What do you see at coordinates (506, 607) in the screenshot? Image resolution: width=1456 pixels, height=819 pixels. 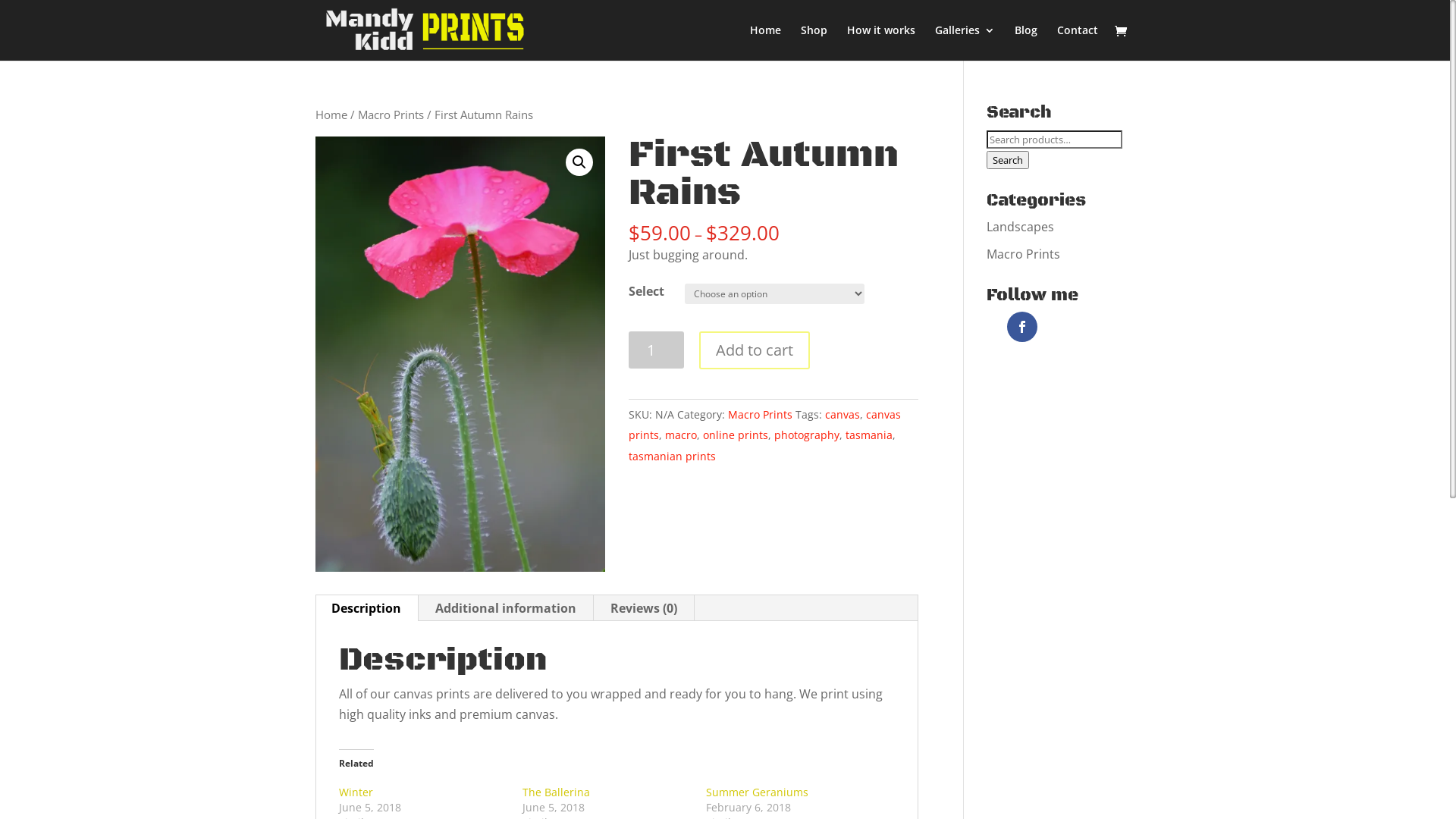 I see `'Additional information'` at bounding box center [506, 607].